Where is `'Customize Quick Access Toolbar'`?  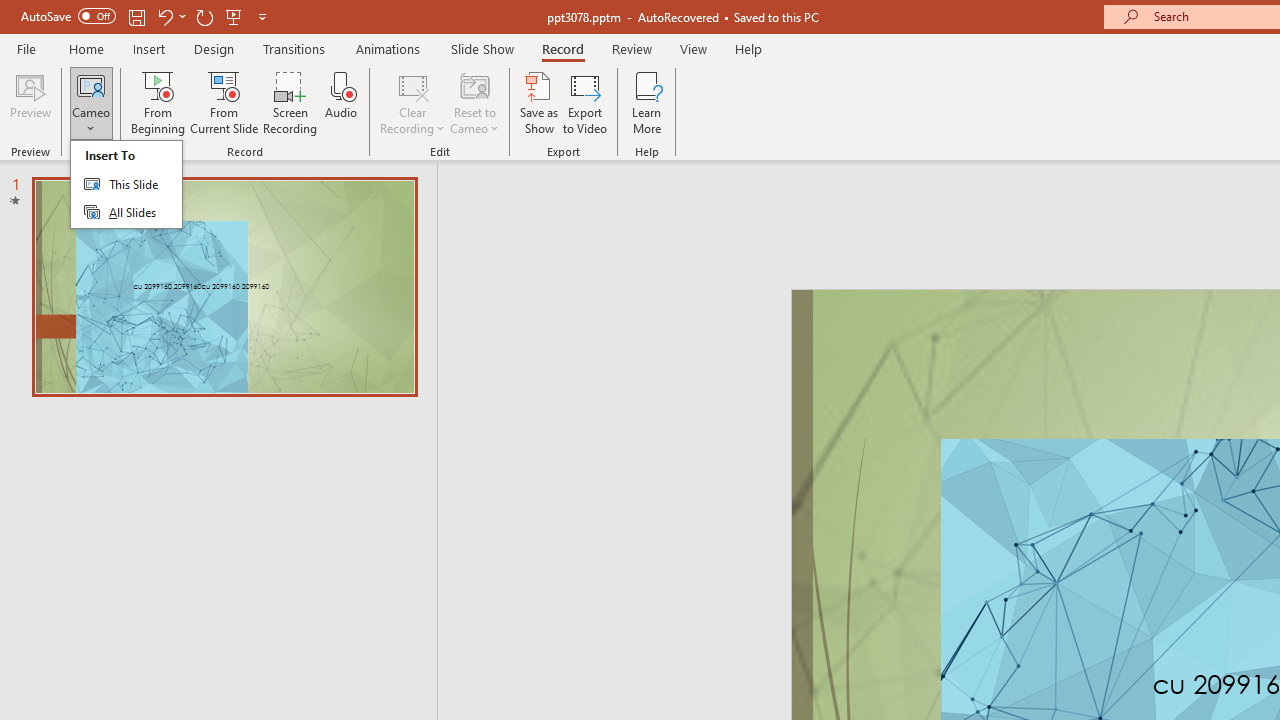 'Customize Quick Access Toolbar' is located at coordinates (262, 16).